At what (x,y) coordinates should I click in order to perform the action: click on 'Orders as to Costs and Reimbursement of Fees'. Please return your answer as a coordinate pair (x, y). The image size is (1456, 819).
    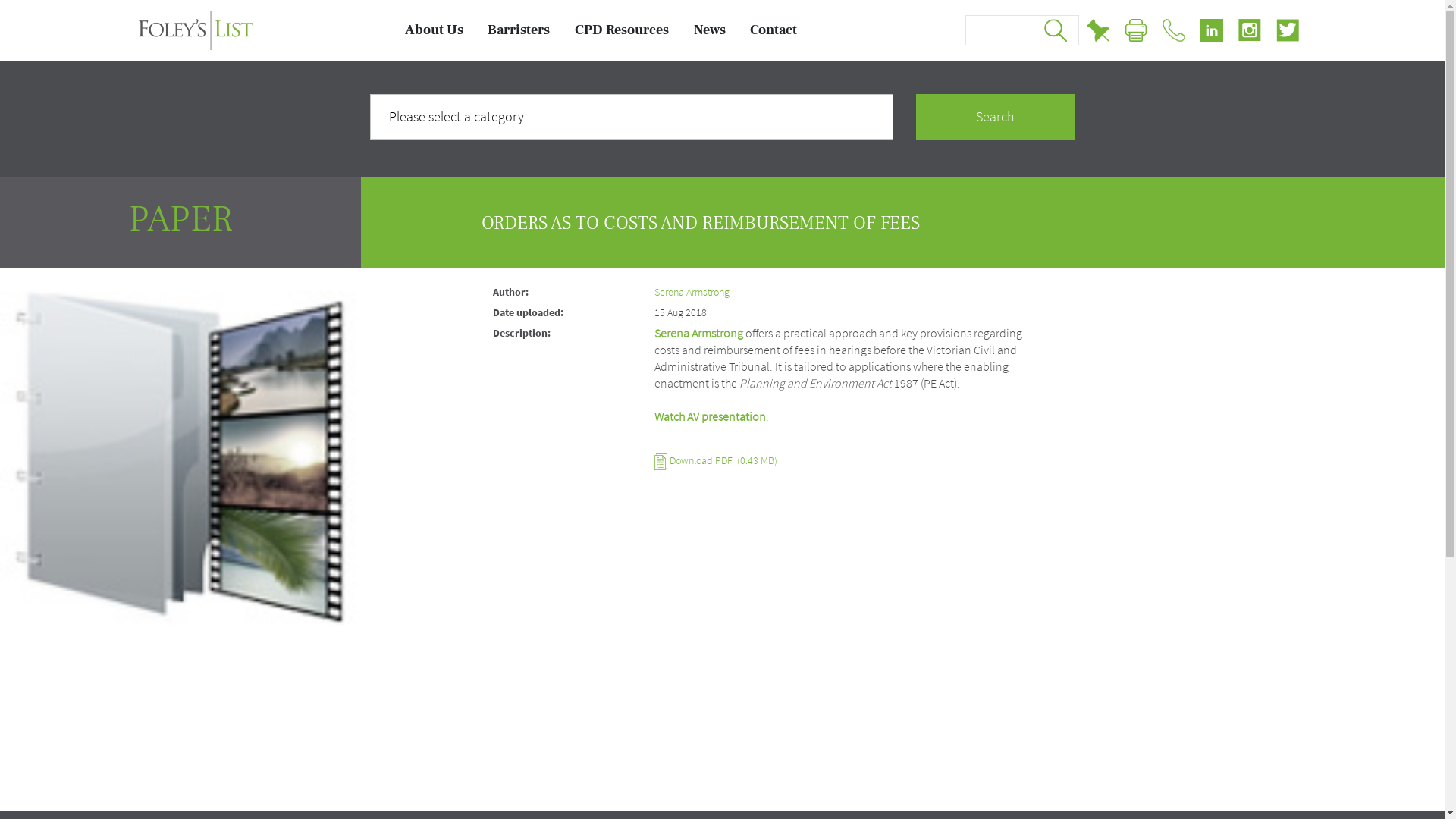
    Looking at the image, I should click on (180, 447).